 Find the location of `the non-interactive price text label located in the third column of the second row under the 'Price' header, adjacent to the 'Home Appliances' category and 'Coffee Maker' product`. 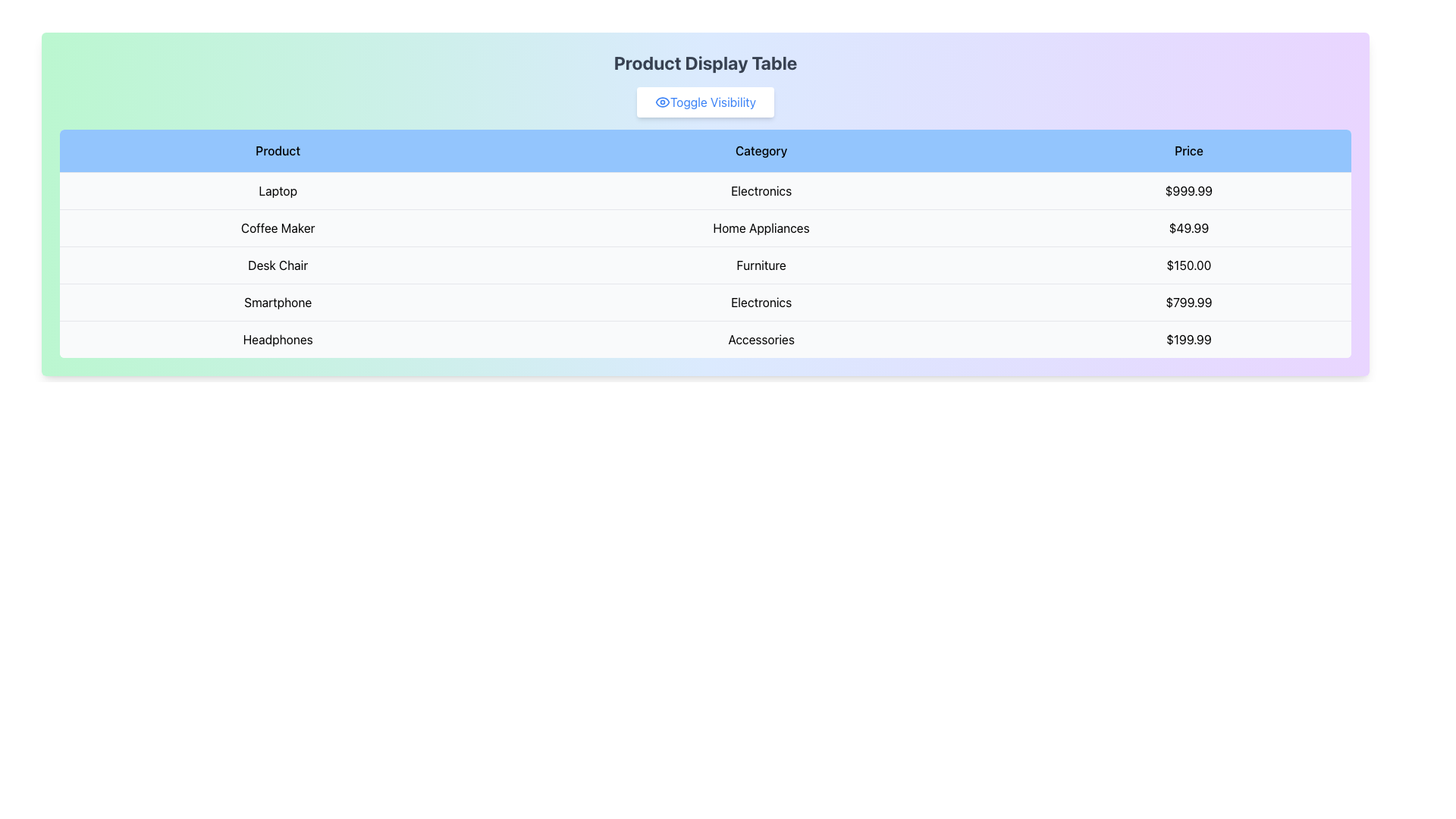

the non-interactive price text label located in the third column of the second row under the 'Price' header, adjacent to the 'Home Appliances' category and 'Coffee Maker' product is located at coordinates (1188, 227).